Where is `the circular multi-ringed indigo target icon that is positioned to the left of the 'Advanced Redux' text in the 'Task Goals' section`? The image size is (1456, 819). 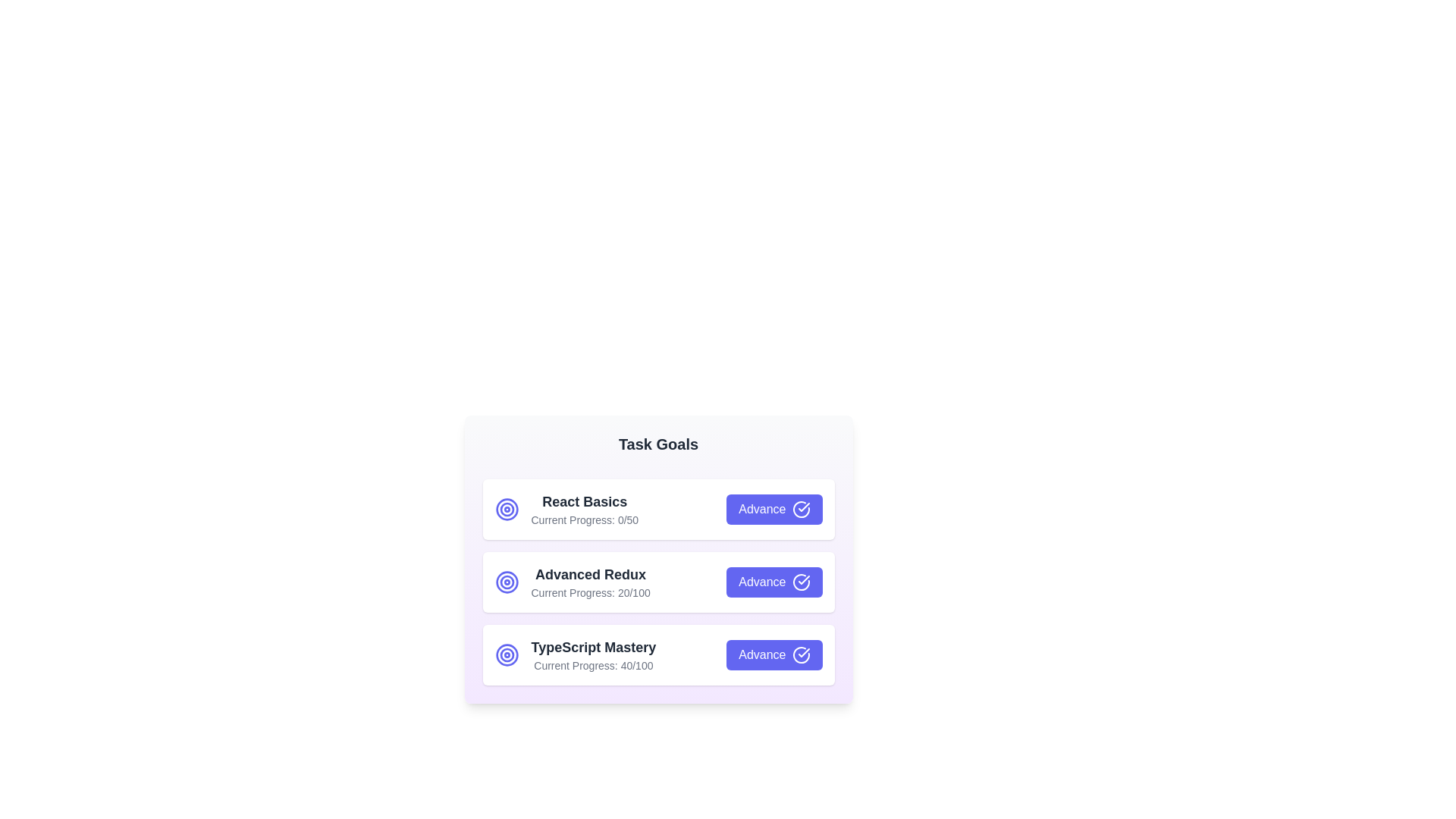
the circular multi-ringed indigo target icon that is positioned to the left of the 'Advanced Redux' text in the 'Task Goals' section is located at coordinates (507, 581).